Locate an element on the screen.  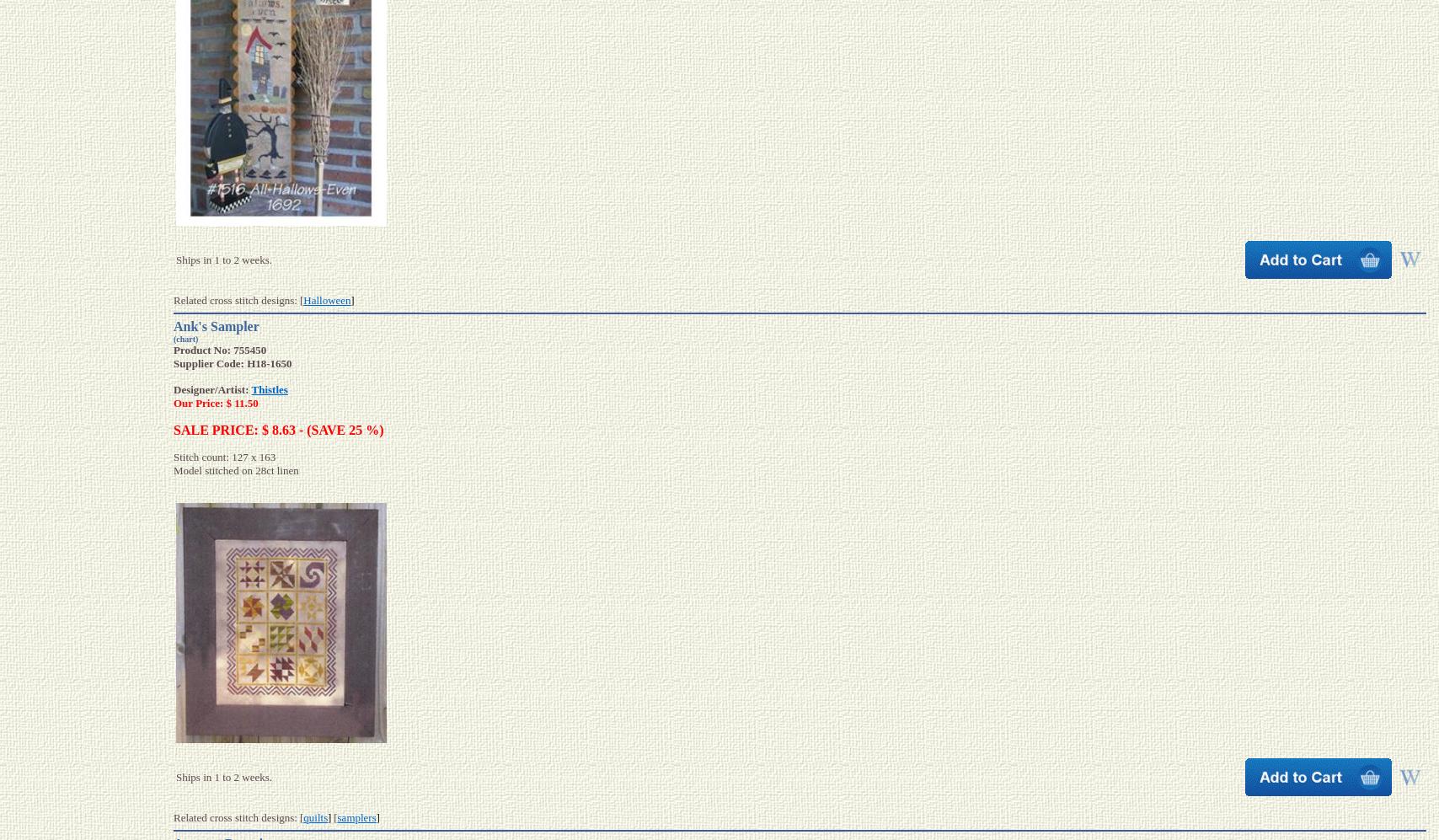
'SALE PRICE: $ 8.63 - (SAVE 25 %)' is located at coordinates (278, 428).